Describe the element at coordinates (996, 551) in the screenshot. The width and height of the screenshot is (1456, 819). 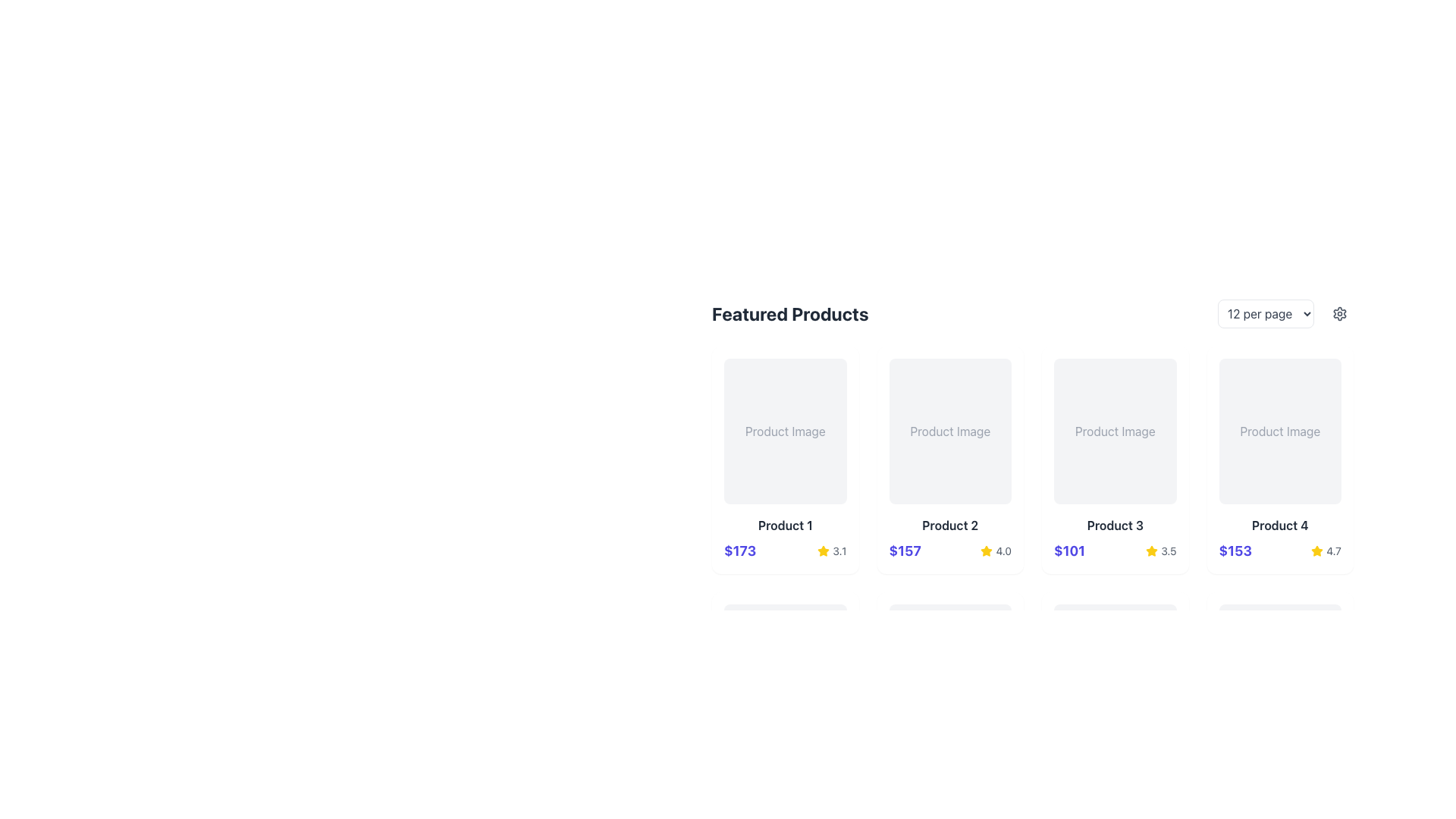
I see `the Rating Display with Icon and Text for 'Product 2', which shows a yellow star icon and the rating '4.0'` at that location.